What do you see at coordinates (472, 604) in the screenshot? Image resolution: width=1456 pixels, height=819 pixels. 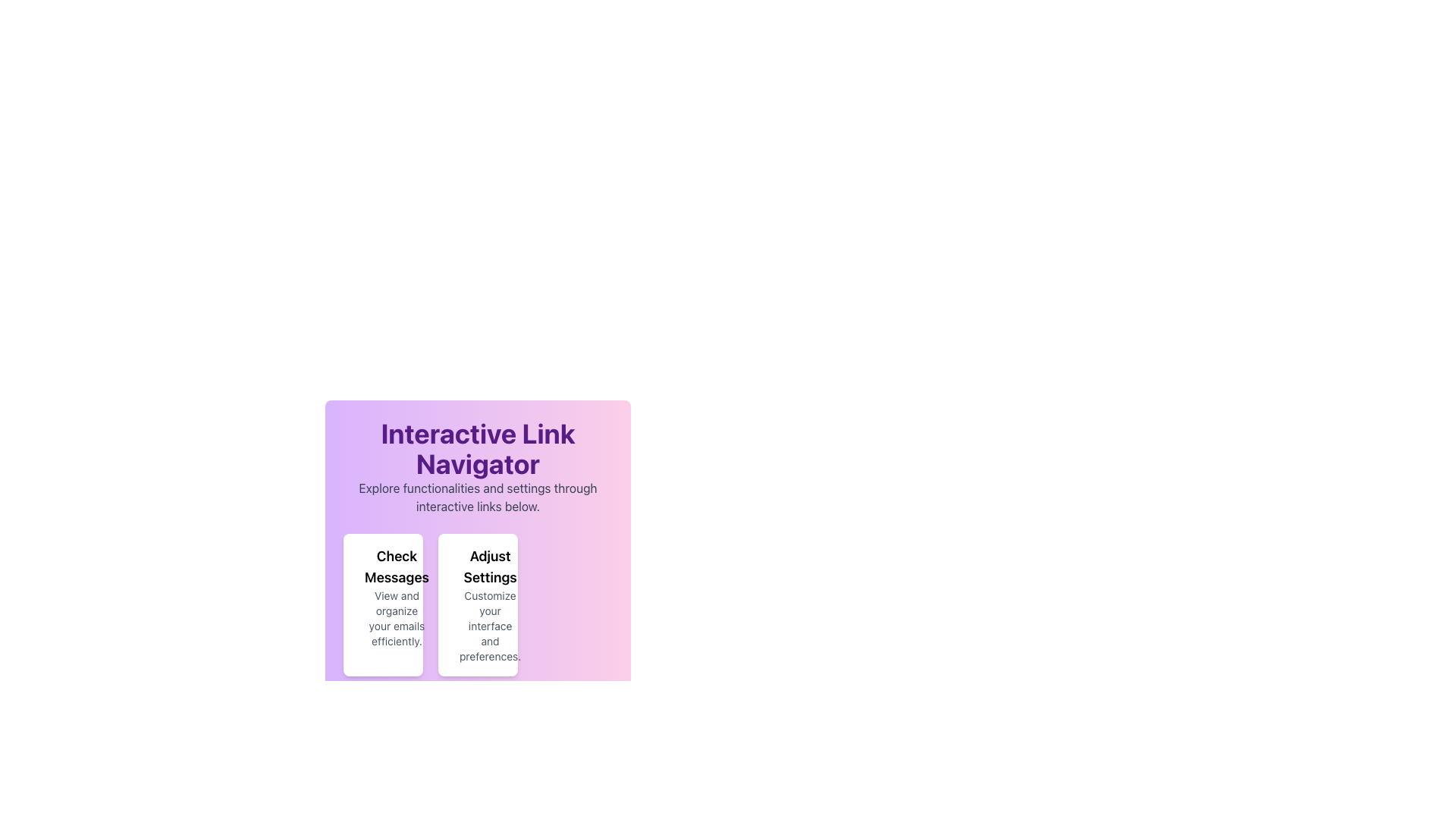 I see `text label that instructs users to 'Go to Settings' located in the 'Adjust Settings' section of the 'Interactive Link Navigator' panel` at bounding box center [472, 604].